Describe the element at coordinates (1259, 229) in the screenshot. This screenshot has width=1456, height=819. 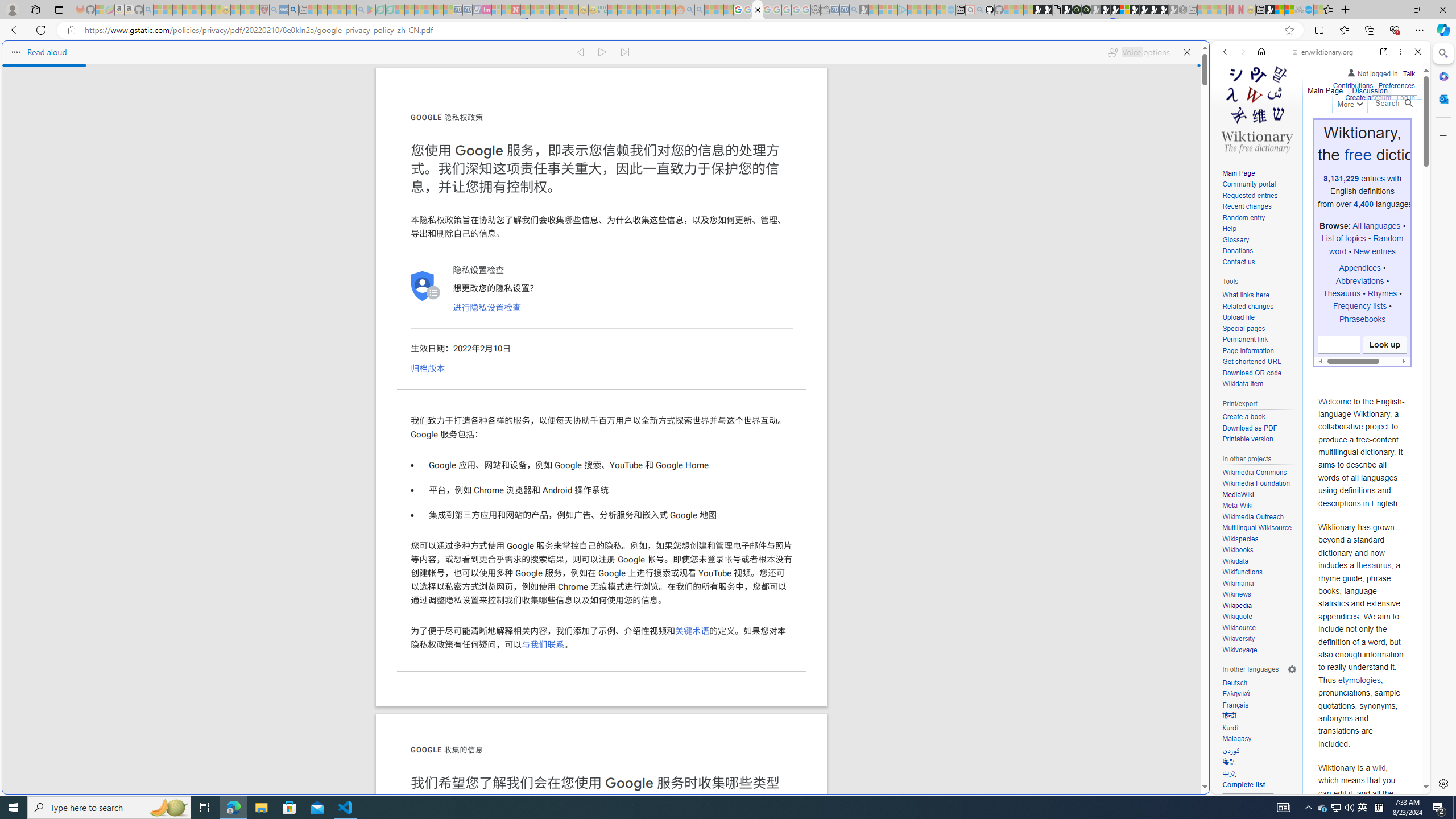
I see `'Help'` at that location.